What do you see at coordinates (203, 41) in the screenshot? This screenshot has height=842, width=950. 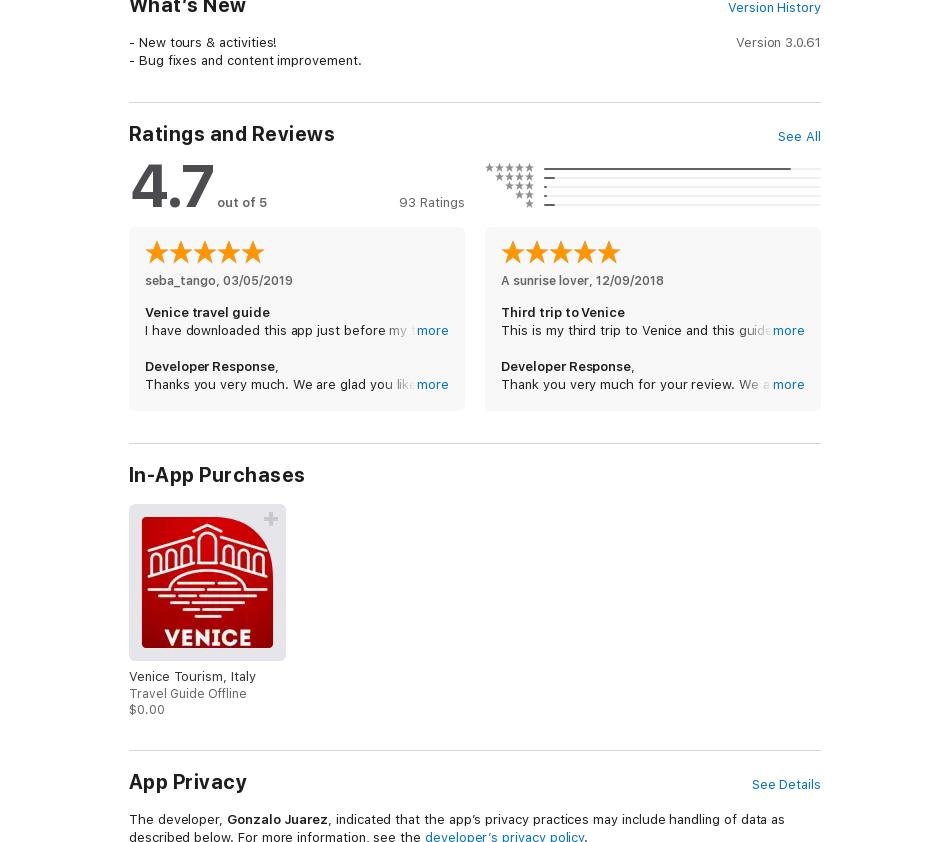 I see `'- New tours & activities!'` at bounding box center [203, 41].